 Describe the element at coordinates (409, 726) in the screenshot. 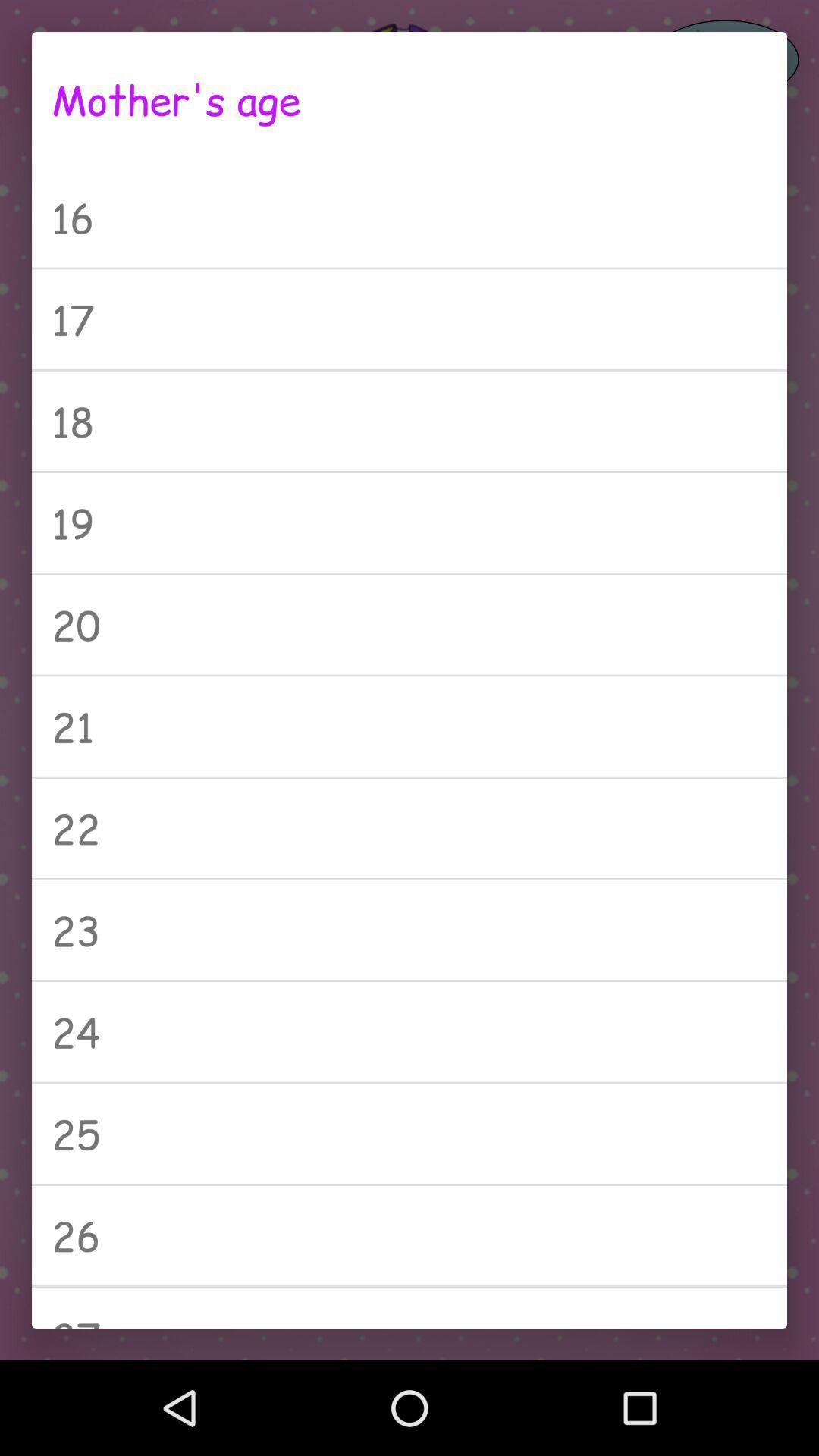

I see `the 21 icon` at that location.